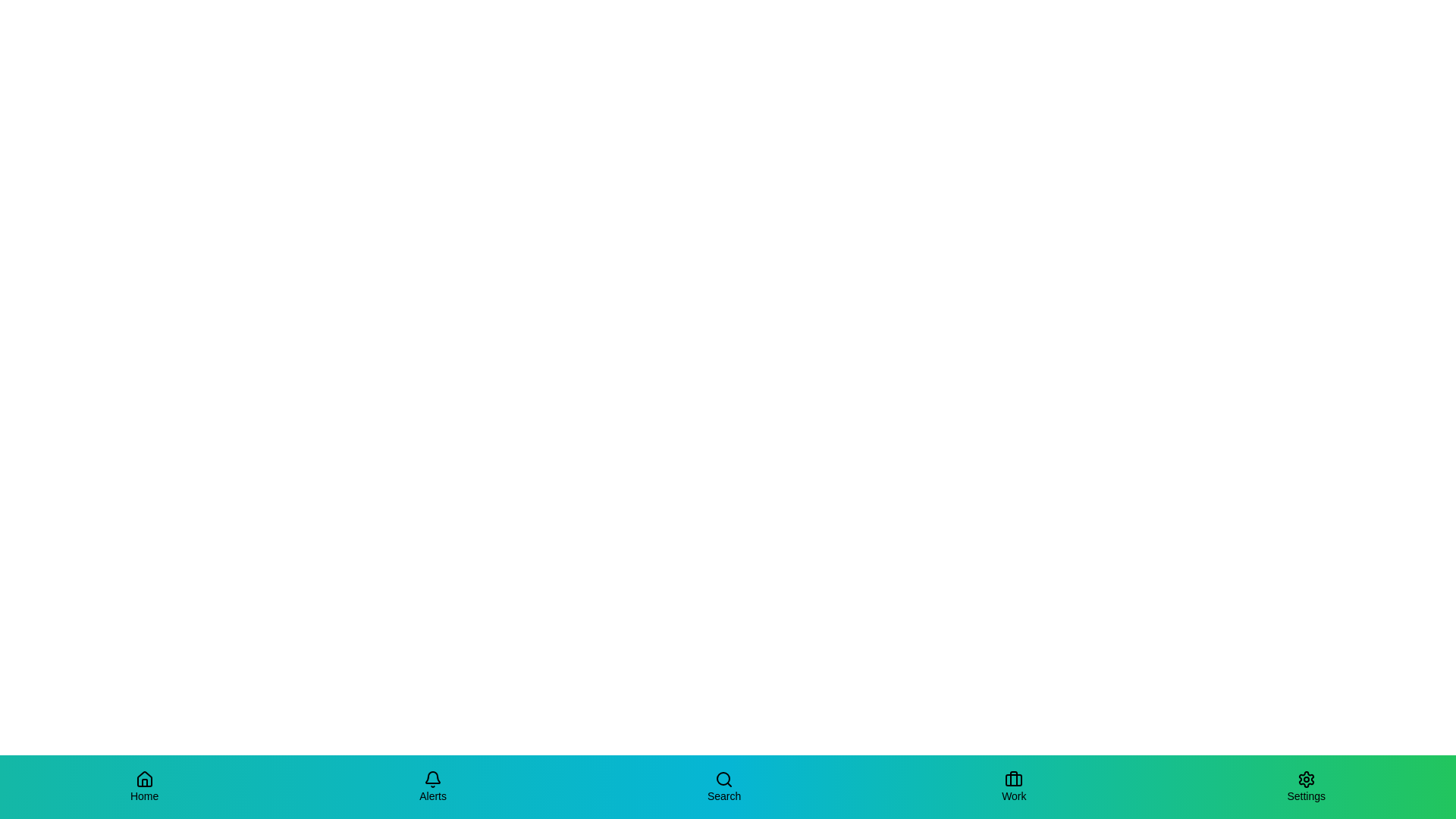 The width and height of the screenshot is (1456, 819). Describe the element at coordinates (144, 786) in the screenshot. I see `the Home tab to observe the scale effect` at that location.